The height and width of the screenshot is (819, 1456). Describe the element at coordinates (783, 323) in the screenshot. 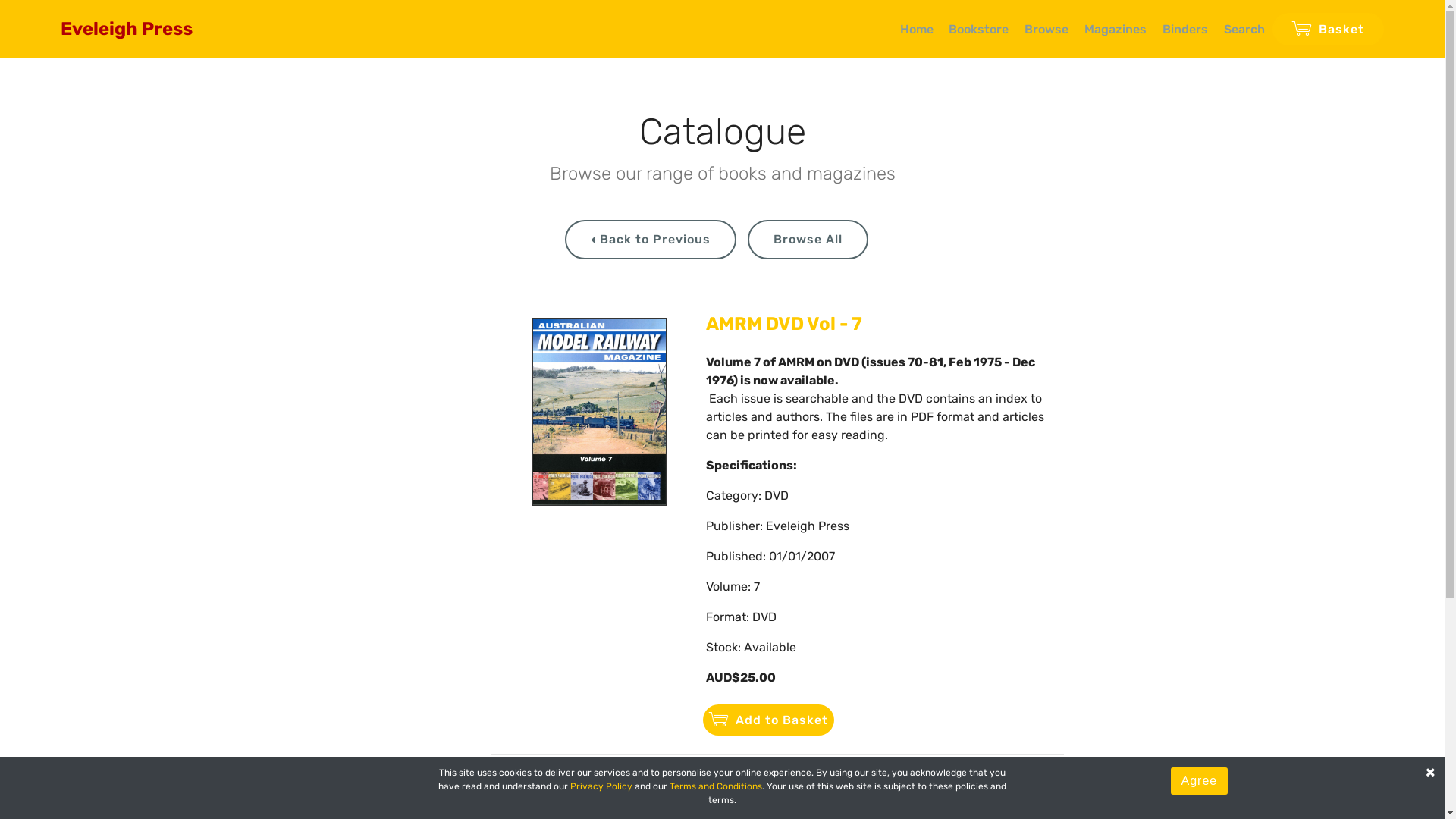

I see `'AMRM DVD Vol - 7'` at that location.